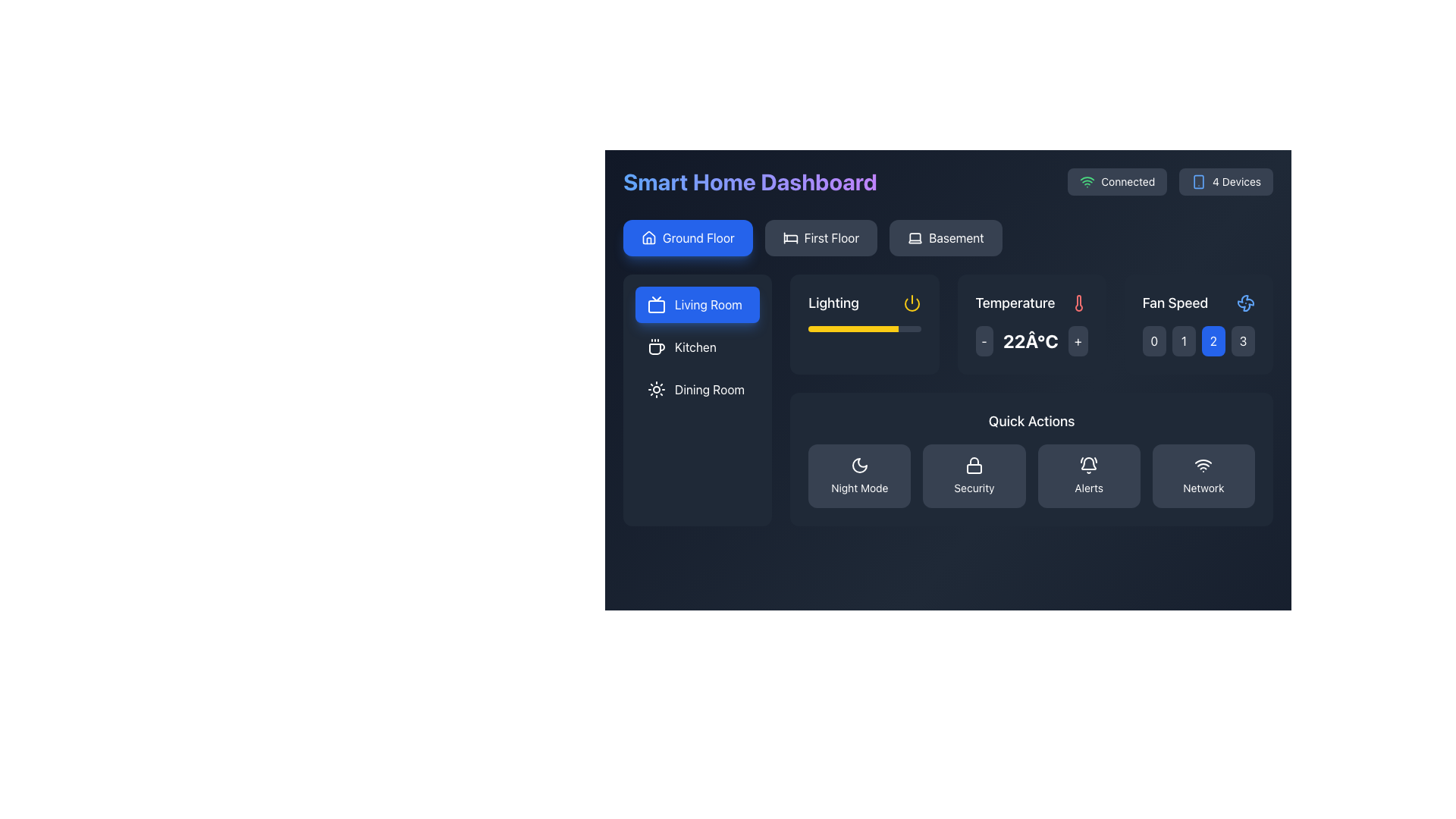  What do you see at coordinates (859, 475) in the screenshot?
I see `the 'Night Mode' button, which is a rectangular button with a dark gray background and rounded corners, containing a crescent moon icon and the text 'Night Mode' below it, to receive a tooltip or highlight response` at bounding box center [859, 475].